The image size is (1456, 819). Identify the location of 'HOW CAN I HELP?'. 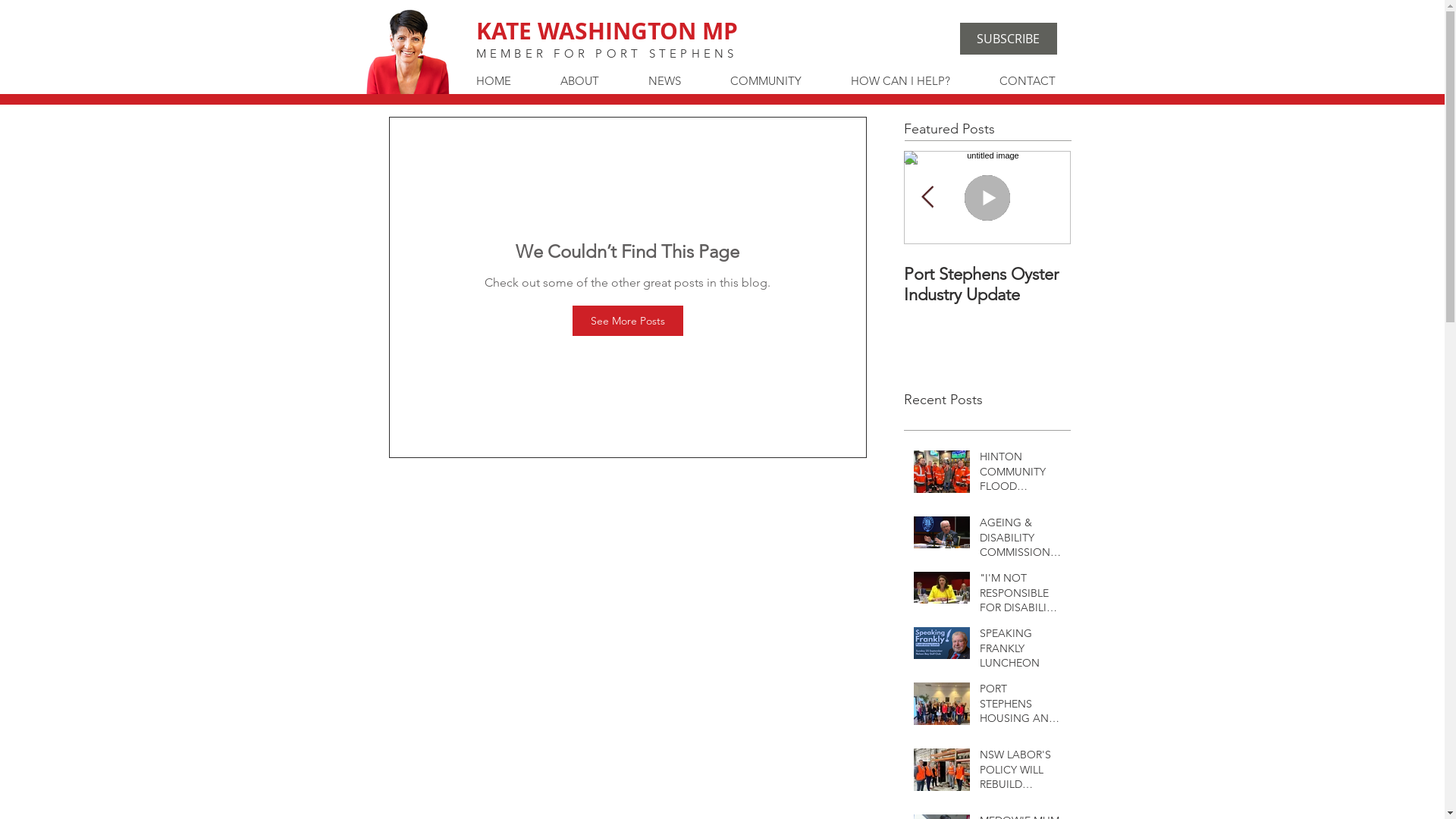
(912, 81).